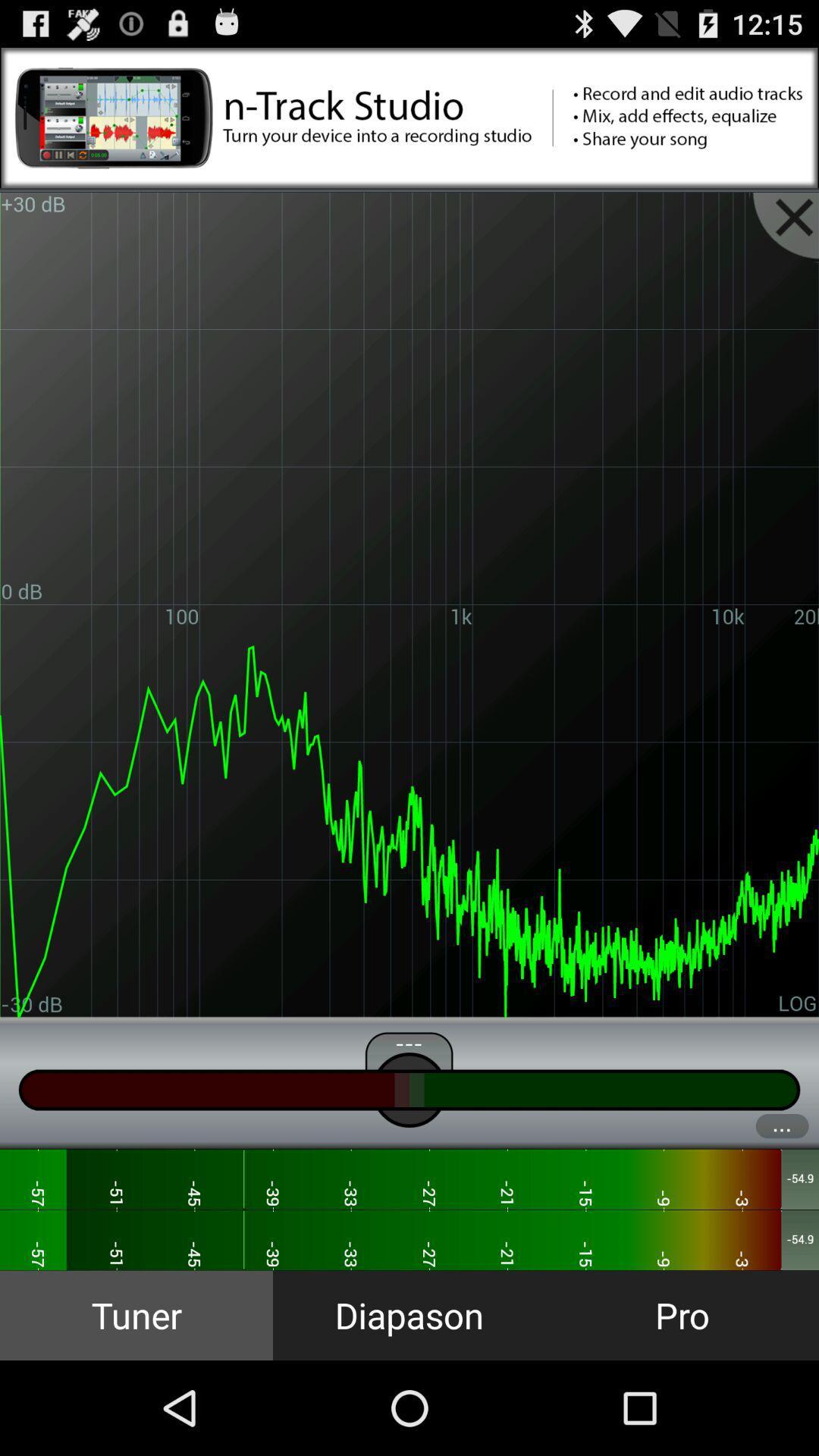  What do you see at coordinates (409, 117) in the screenshot?
I see `this advertisement` at bounding box center [409, 117].